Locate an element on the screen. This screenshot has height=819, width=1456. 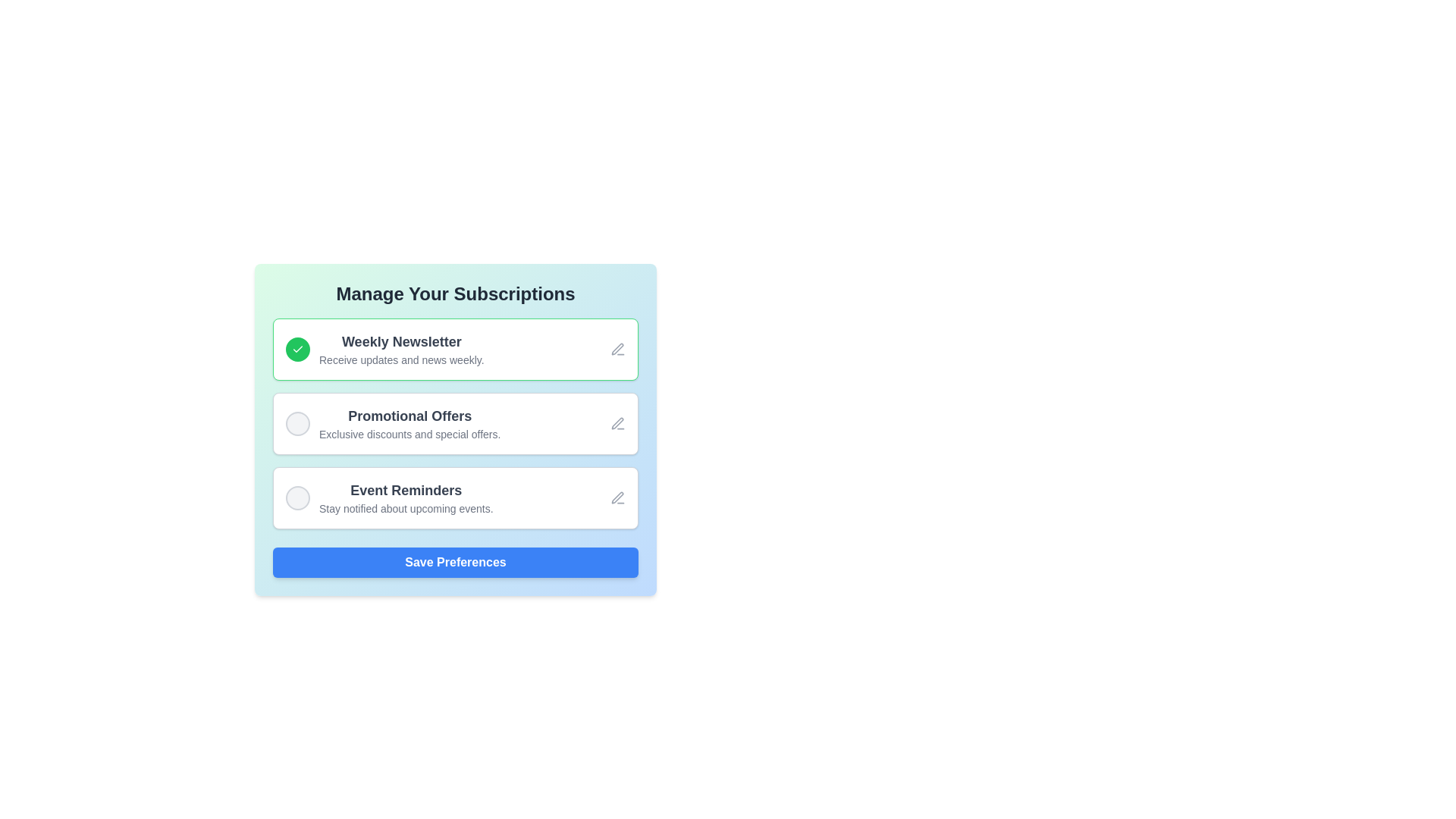
the pen icon button located in the 'Event Reminders' section is located at coordinates (618, 497).